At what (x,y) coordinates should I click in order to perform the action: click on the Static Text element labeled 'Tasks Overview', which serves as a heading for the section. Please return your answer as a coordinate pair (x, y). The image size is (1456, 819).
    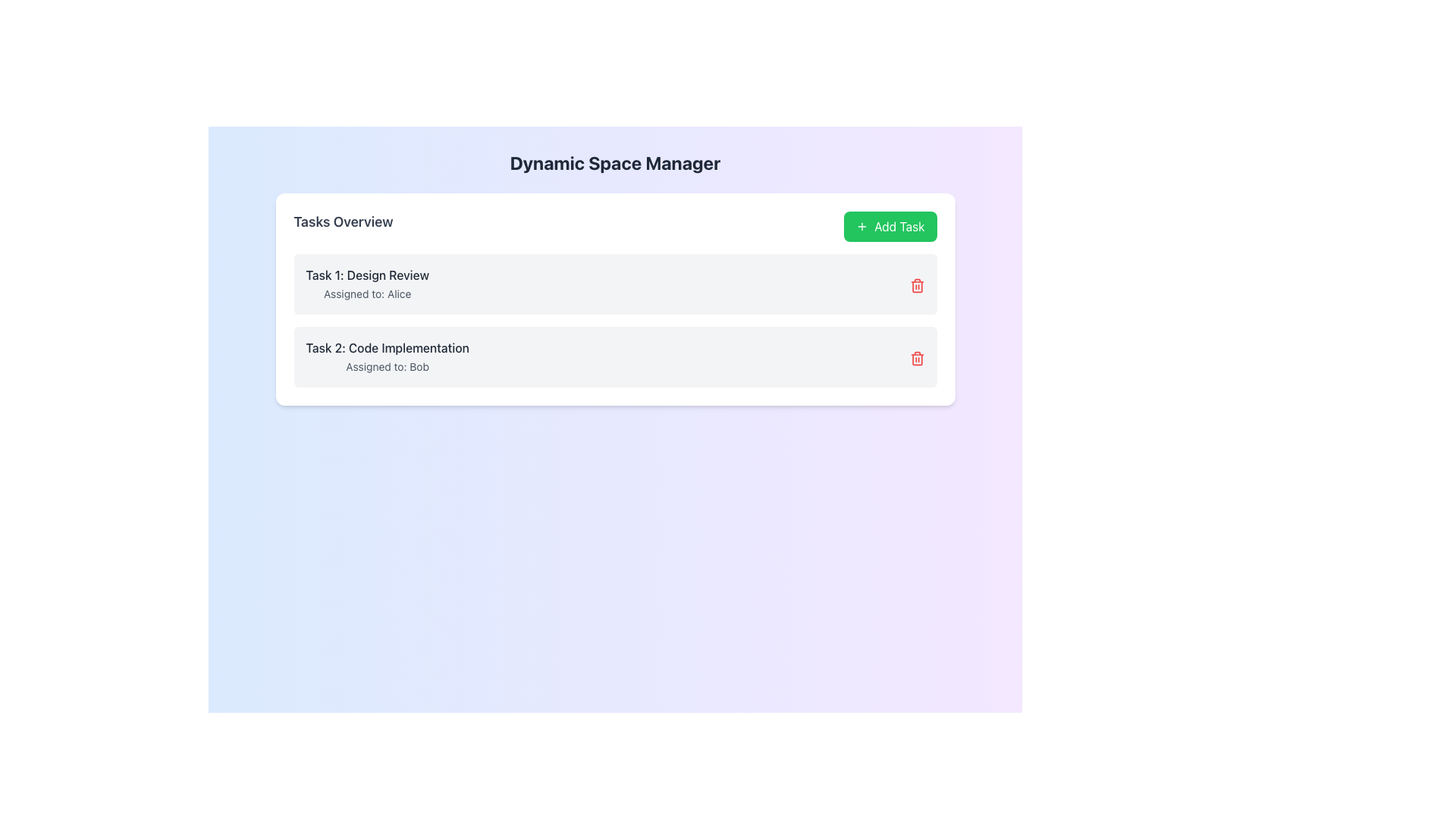
    Looking at the image, I should click on (343, 227).